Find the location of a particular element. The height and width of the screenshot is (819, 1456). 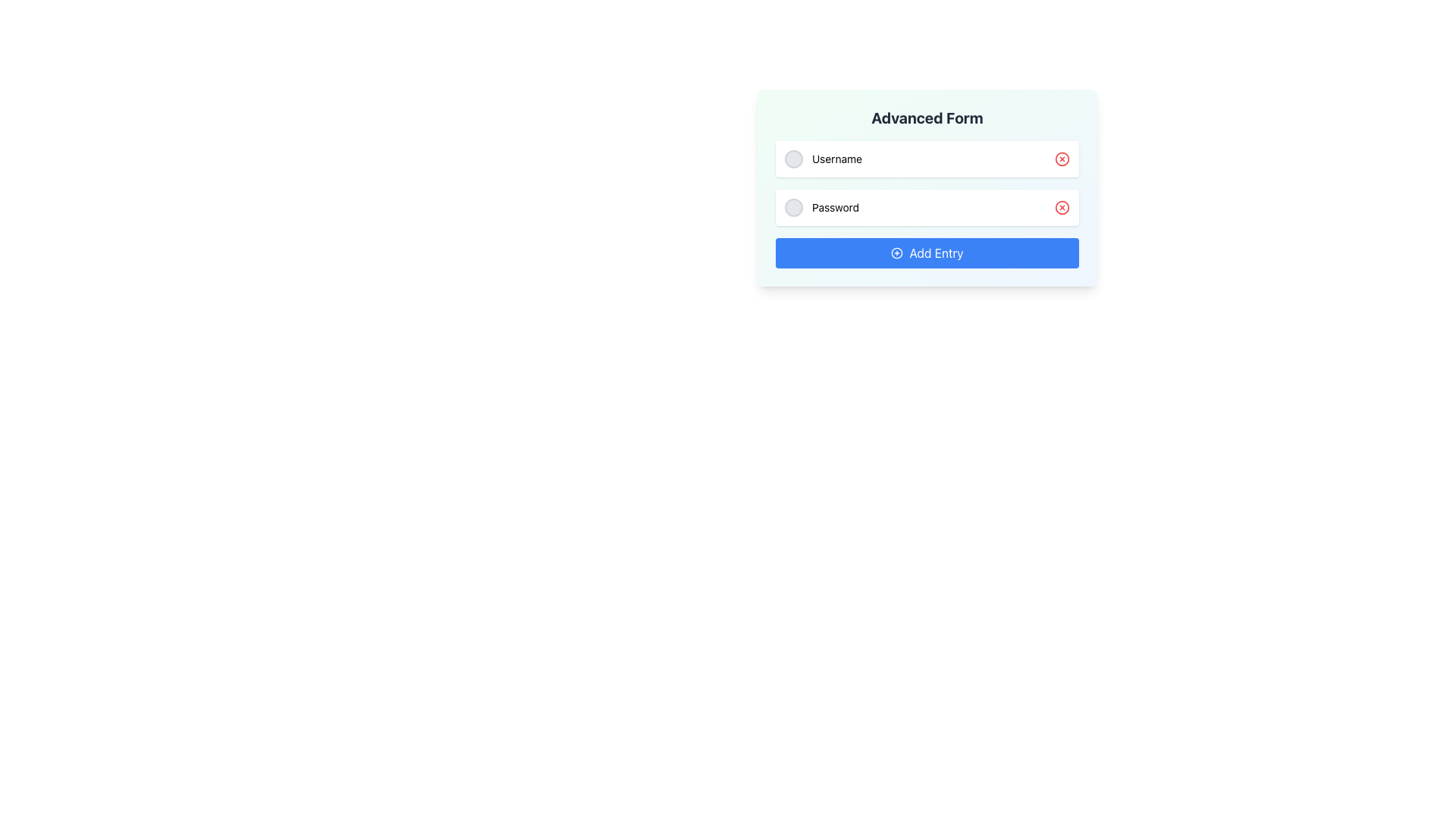

'Password' label with an adjacent circular icon, which is the second item in the form layout below the 'Username' field is located at coordinates (821, 207).